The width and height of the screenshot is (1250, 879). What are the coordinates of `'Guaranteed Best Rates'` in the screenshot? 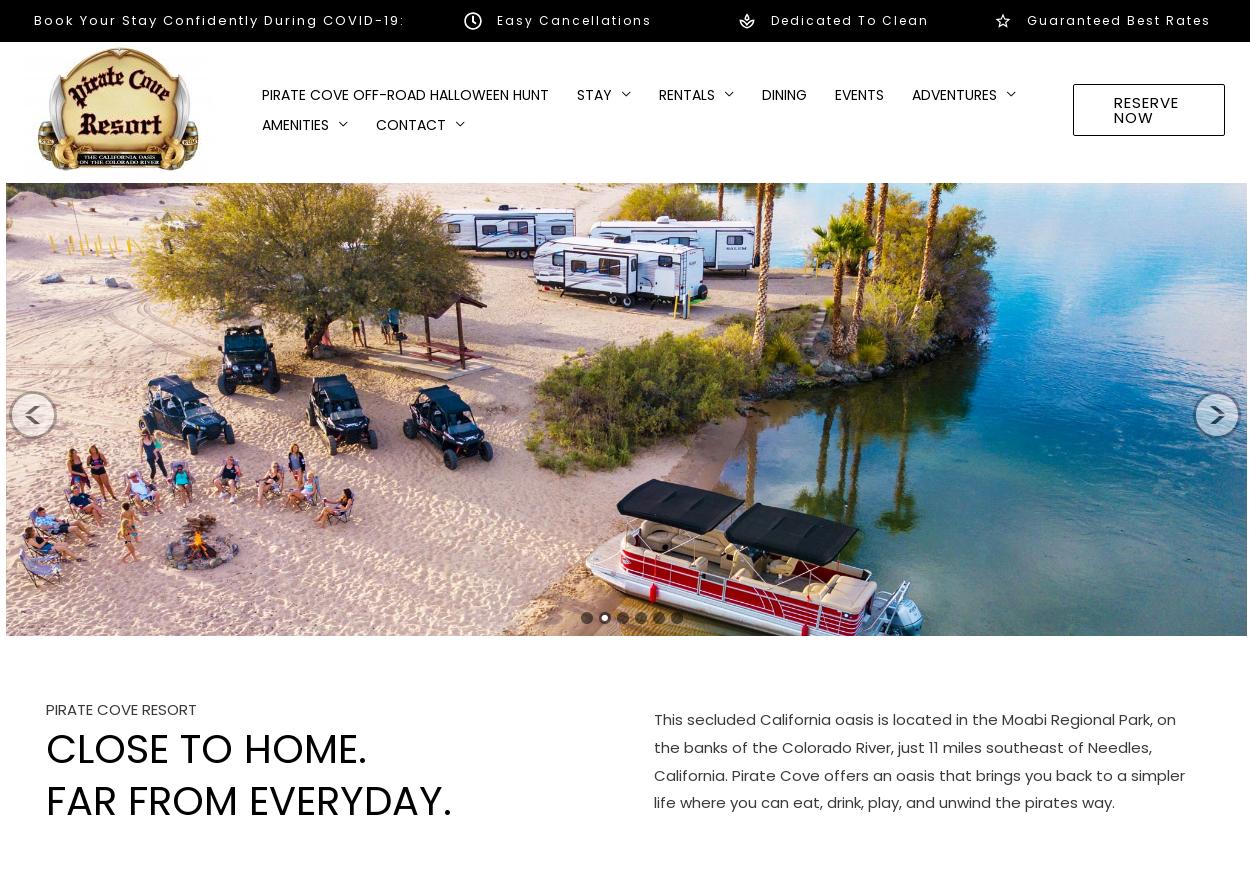 It's located at (1117, 19).